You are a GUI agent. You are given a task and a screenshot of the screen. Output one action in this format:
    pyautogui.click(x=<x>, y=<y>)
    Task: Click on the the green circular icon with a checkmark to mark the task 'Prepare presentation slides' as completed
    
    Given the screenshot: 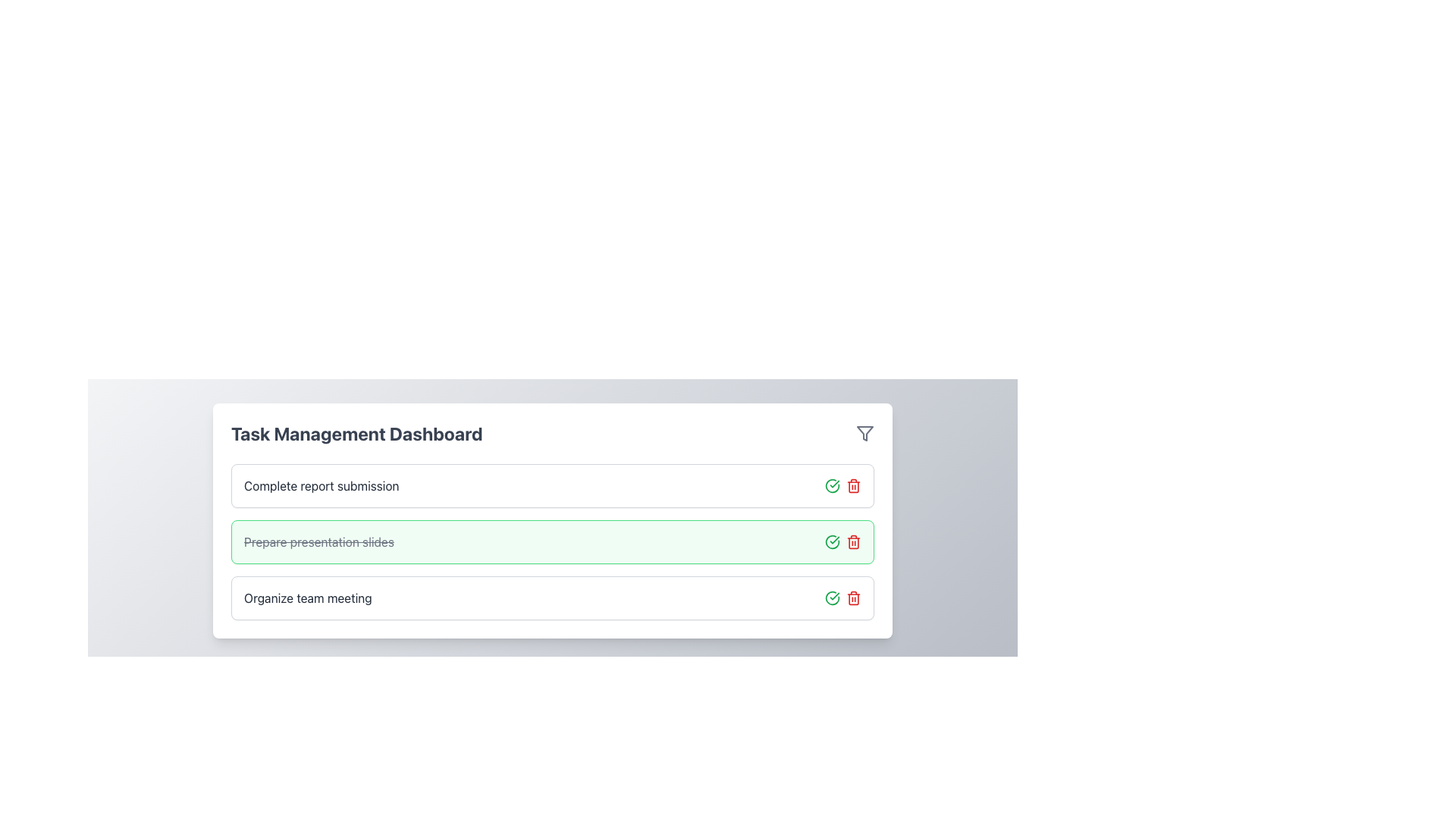 What is the action you would take?
    pyautogui.click(x=832, y=541)
    